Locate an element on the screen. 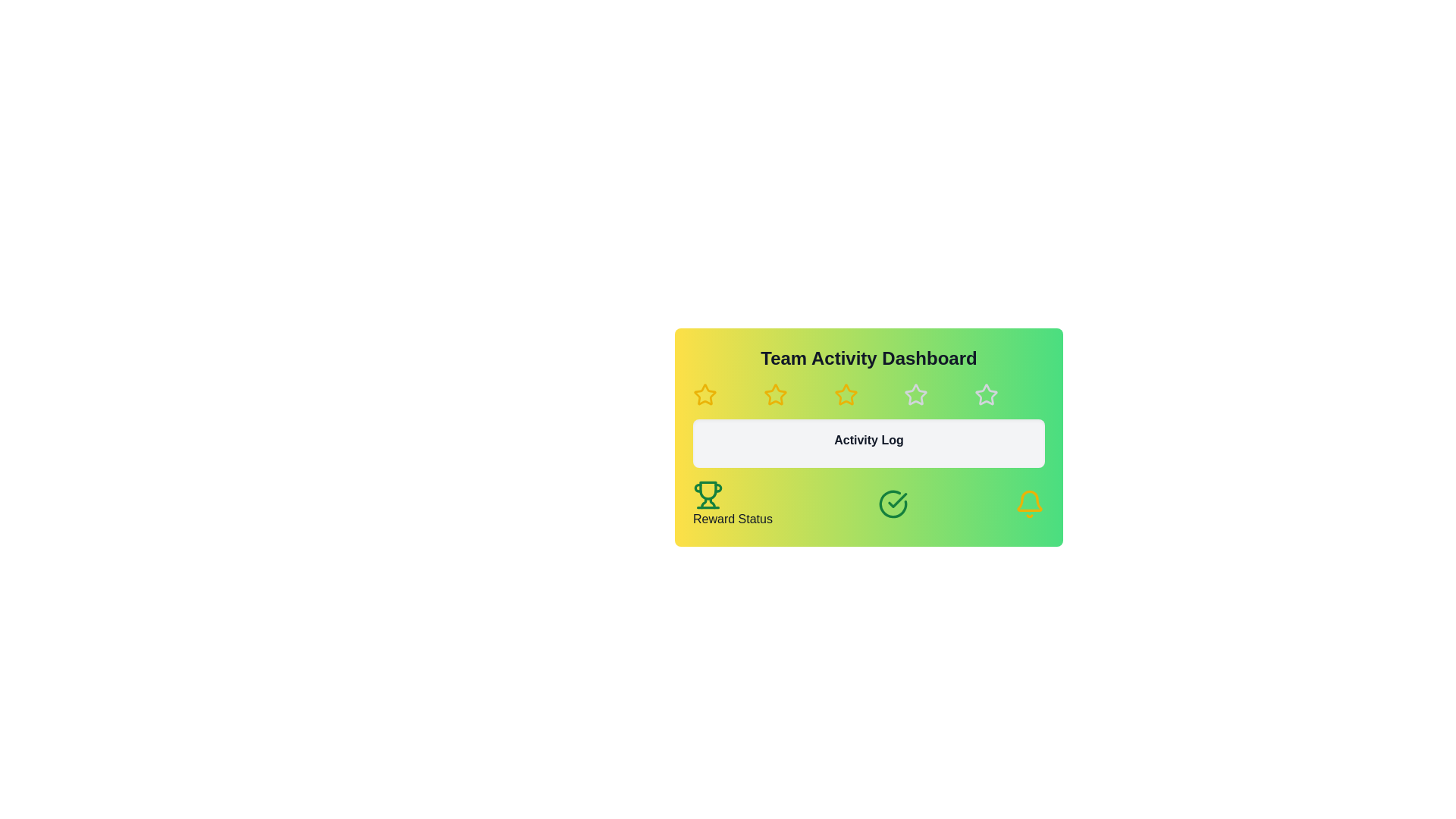 Image resolution: width=1456 pixels, height=819 pixels. the decorative icon indicating positive status or completion in the 'Reward Status' section, located adjacent to the 'Reward Status' text label is located at coordinates (893, 504).